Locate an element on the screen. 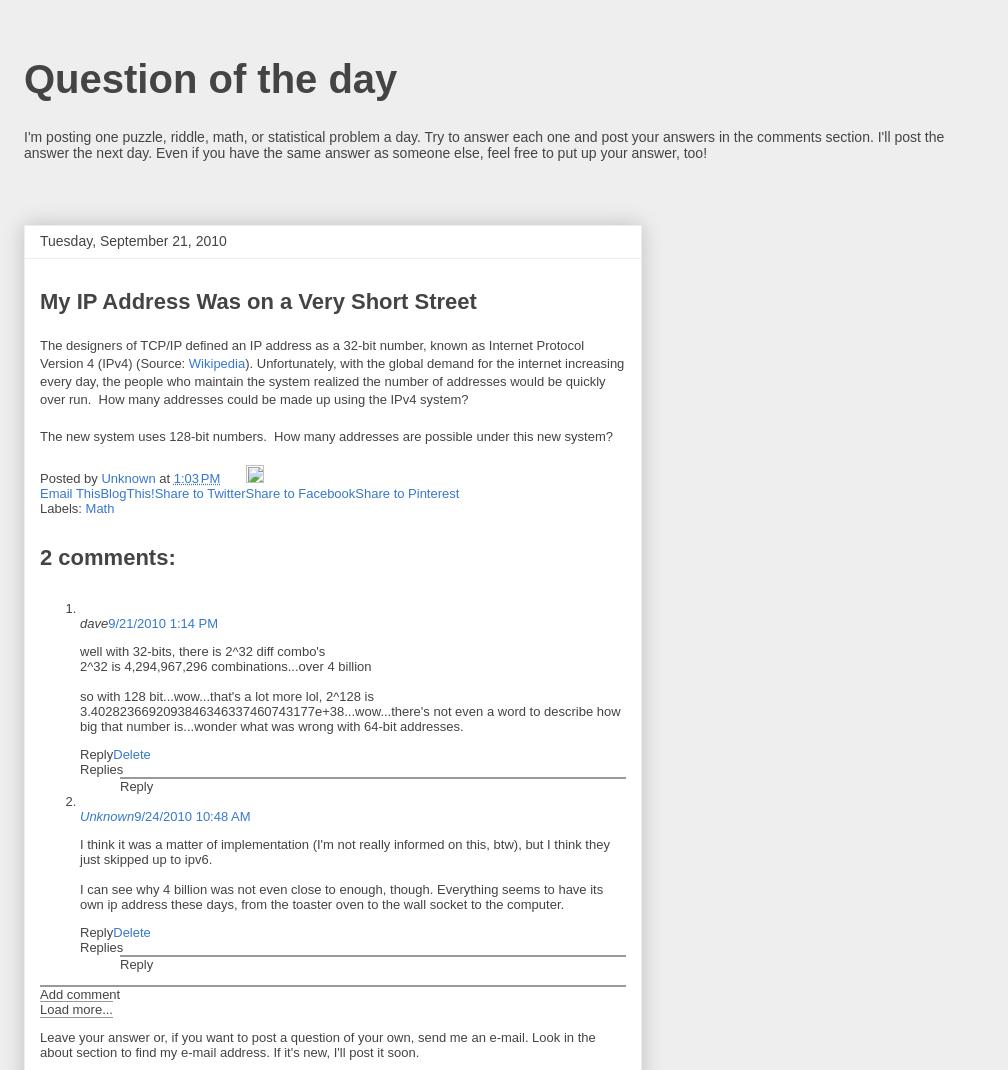  'Labels:' is located at coordinates (62, 508).